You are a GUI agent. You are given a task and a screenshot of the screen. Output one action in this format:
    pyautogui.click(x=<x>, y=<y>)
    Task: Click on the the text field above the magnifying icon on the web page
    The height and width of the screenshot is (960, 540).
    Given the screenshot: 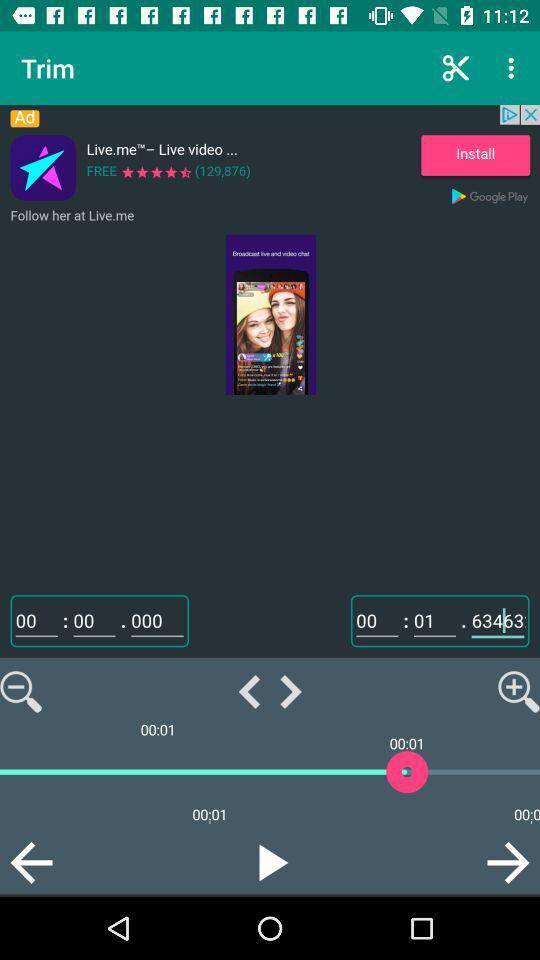 What is the action you would take?
    pyautogui.click(x=497, y=620)
    